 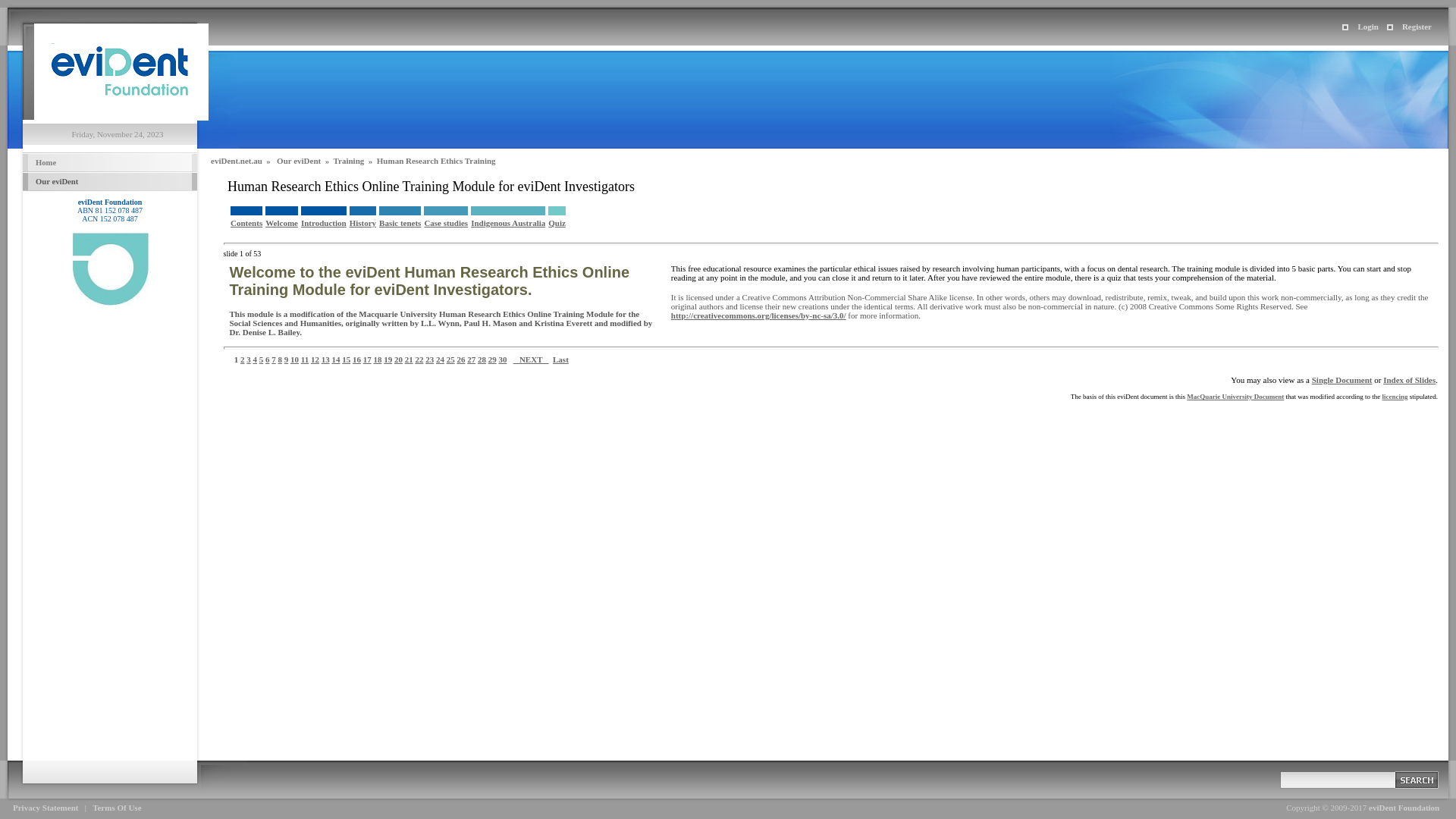 What do you see at coordinates (33, 116) in the screenshot?
I see `'eviDent Foundation'` at bounding box center [33, 116].